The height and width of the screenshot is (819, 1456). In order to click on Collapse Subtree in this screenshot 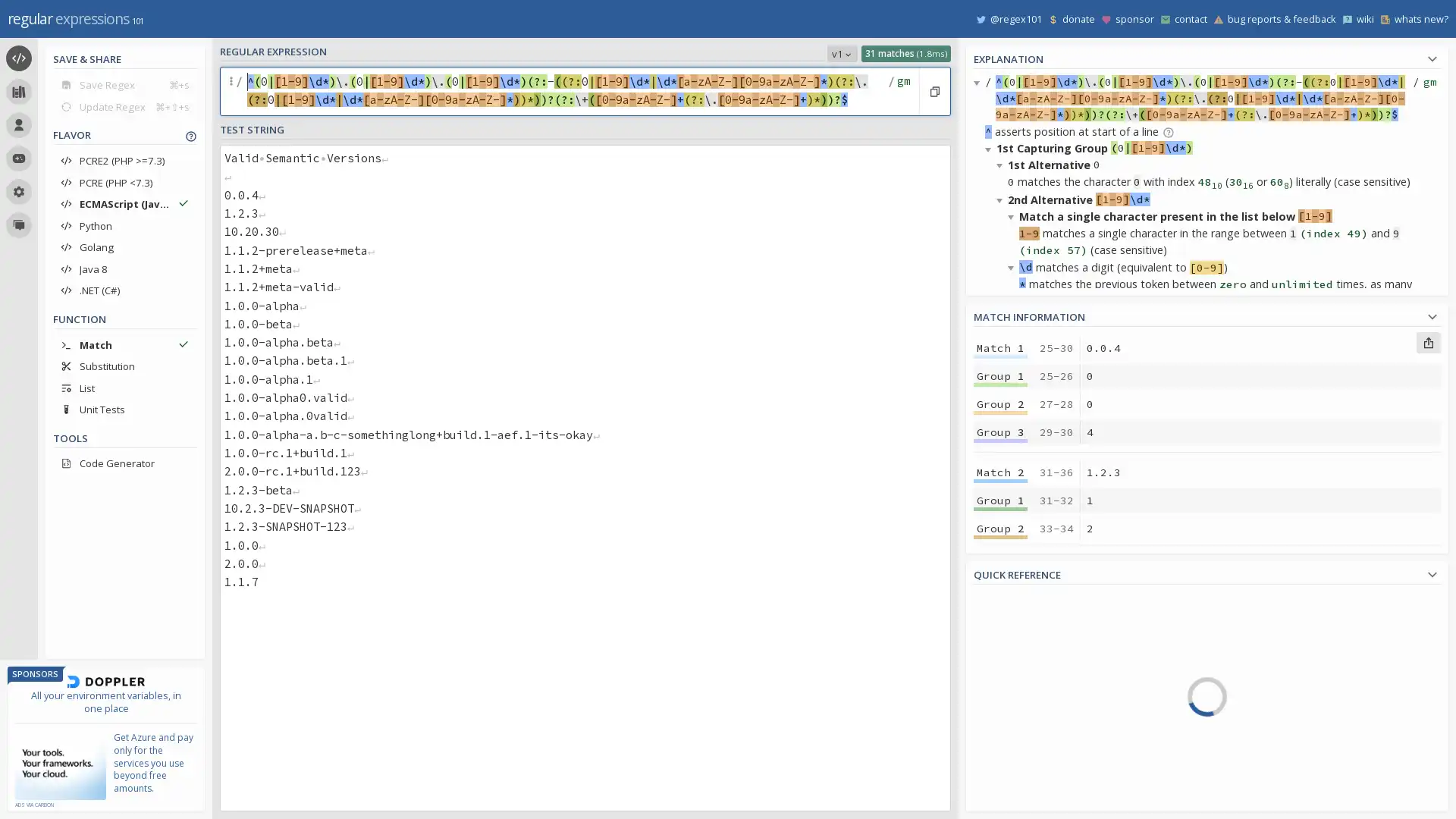, I will do `click(1002, 165)`.